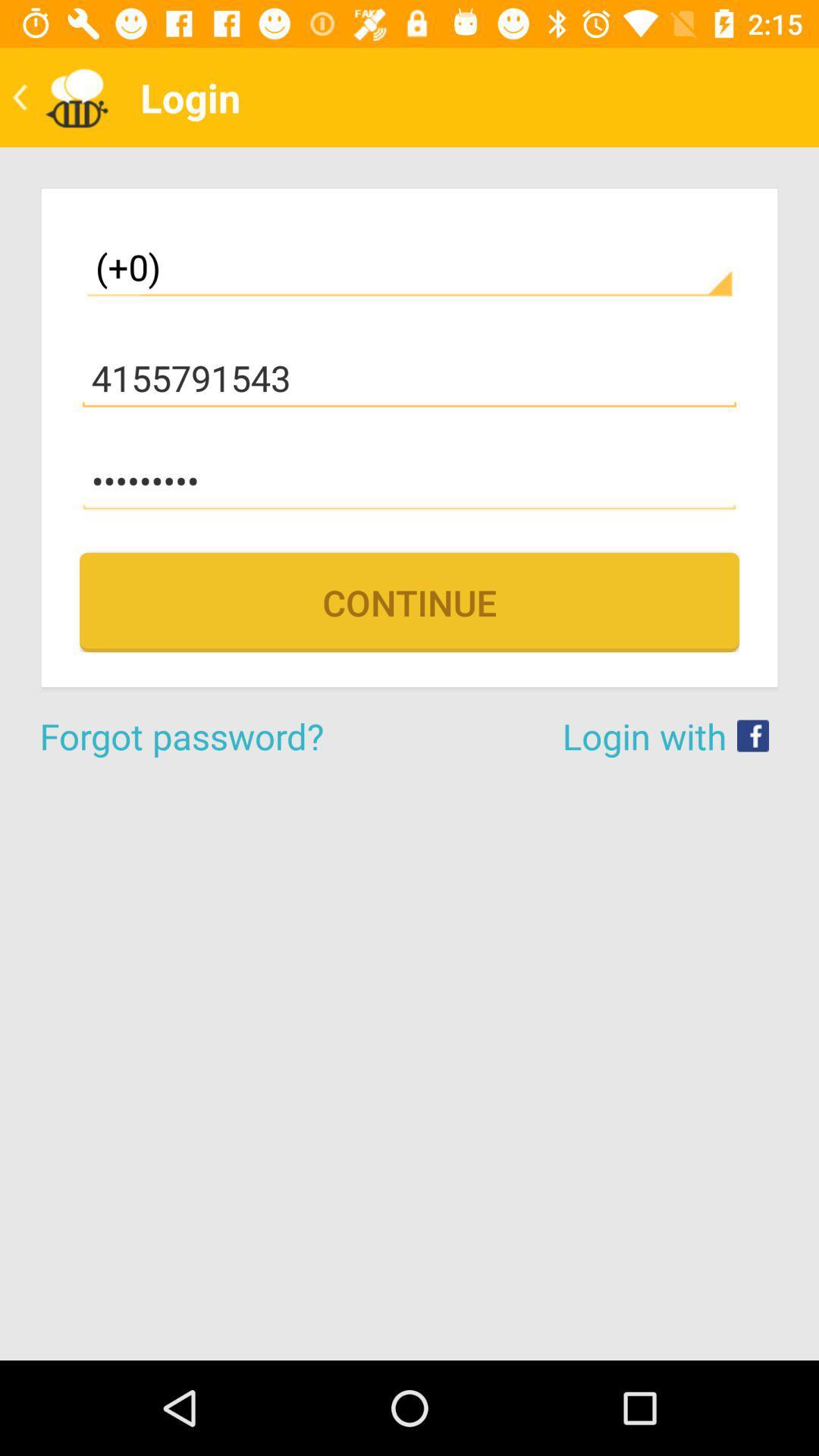 This screenshot has height=1456, width=819. I want to click on the forgot password? on the left, so click(224, 736).